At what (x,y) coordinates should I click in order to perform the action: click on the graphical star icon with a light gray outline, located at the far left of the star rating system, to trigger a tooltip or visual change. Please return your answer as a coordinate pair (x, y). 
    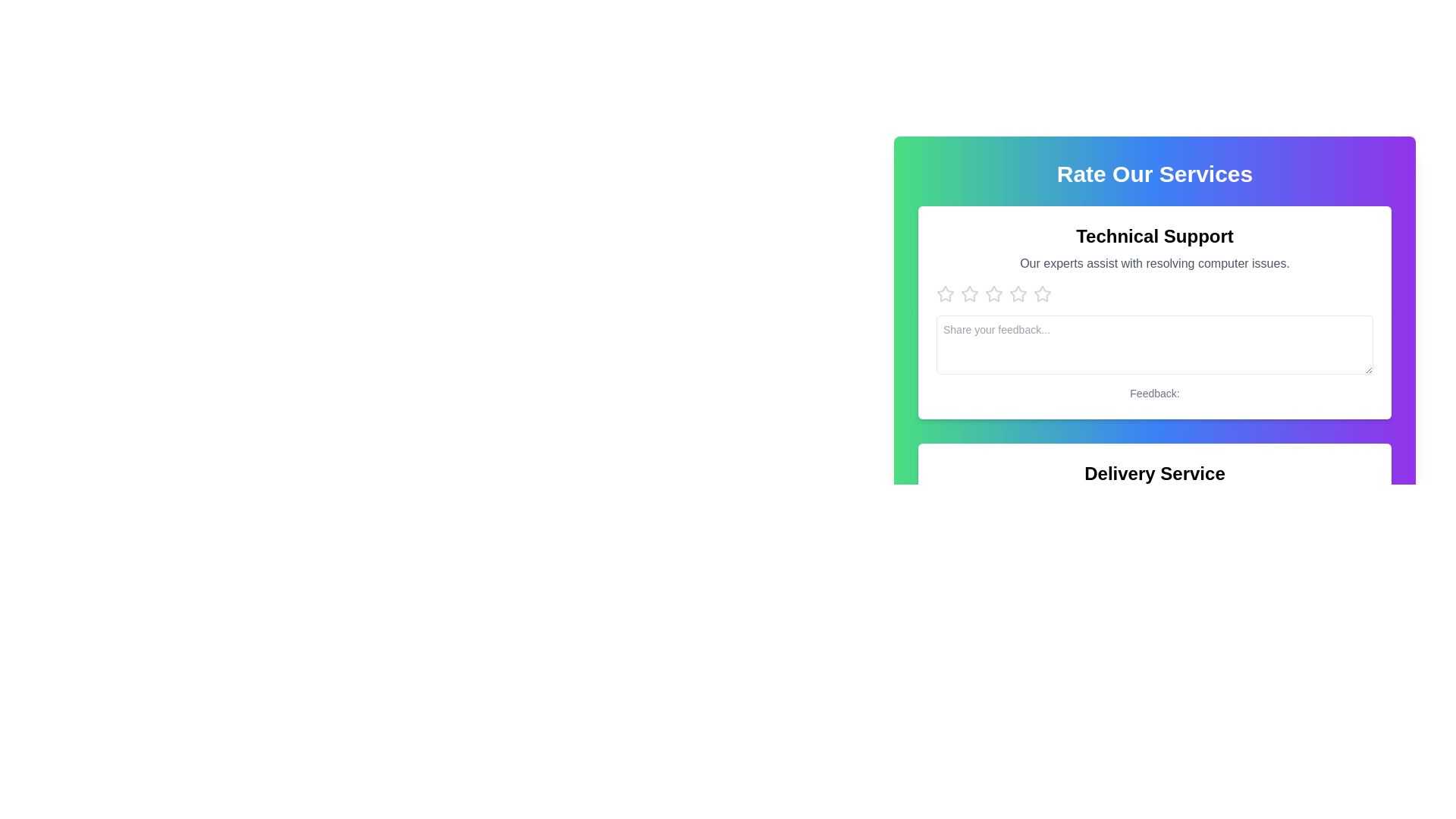
    Looking at the image, I should click on (945, 293).